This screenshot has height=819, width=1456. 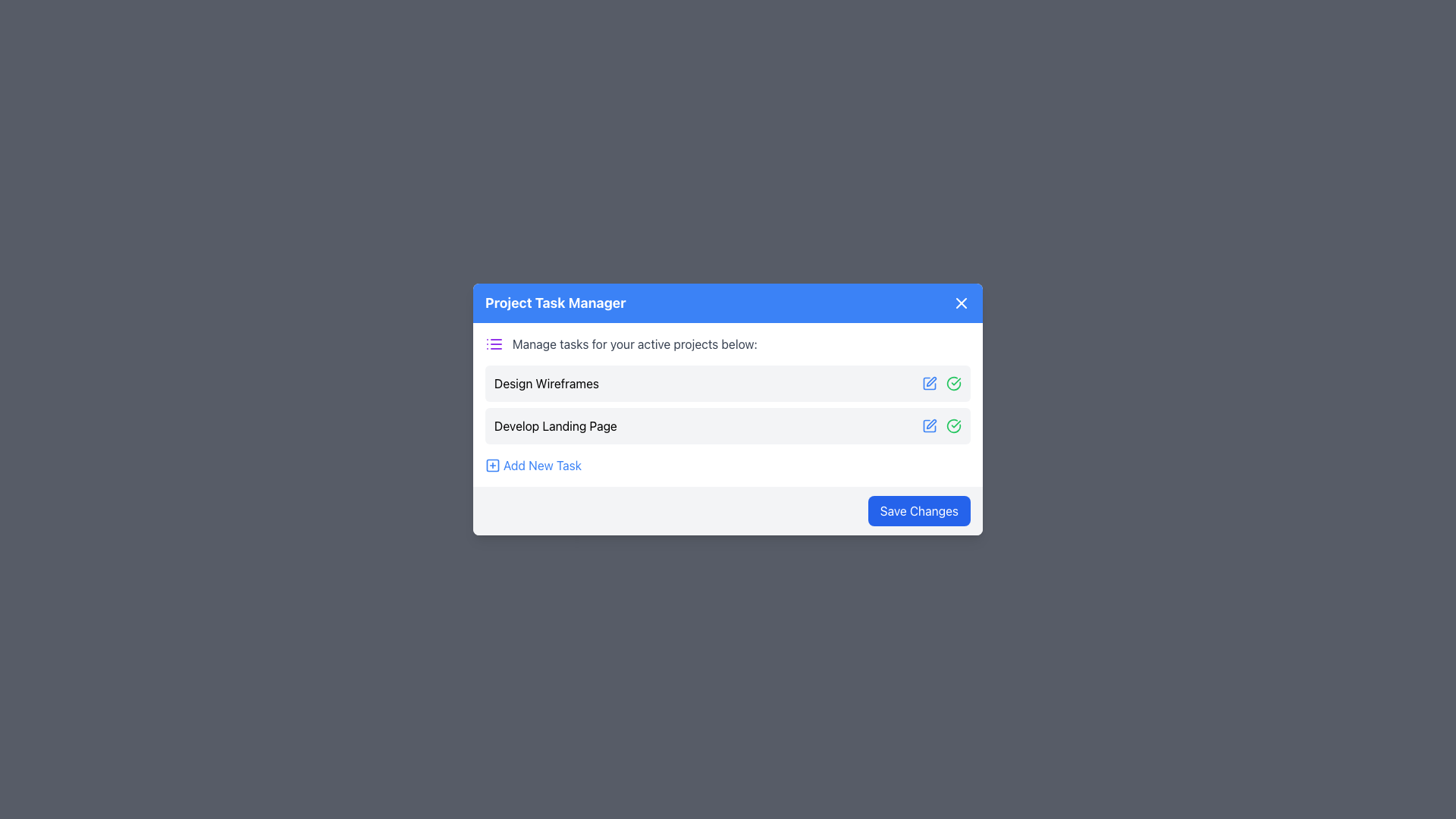 What do you see at coordinates (542, 464) in the screenshot?
I see `the button located at the bottom-left corner of the task listing area in the 'Project Task Manager' modal` at bounding box center [542, 464].